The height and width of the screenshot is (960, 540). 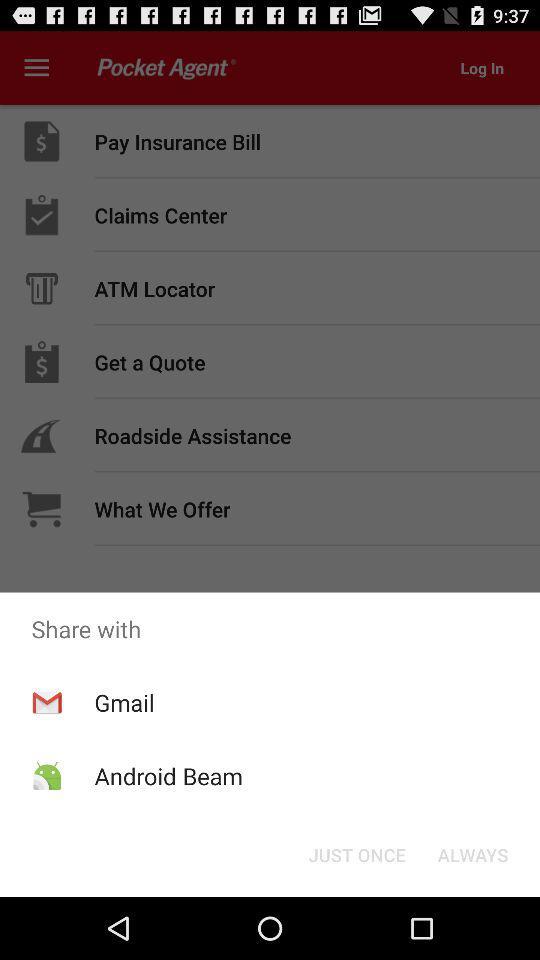 I want to click on the gmail app, so click(x=124, y=702).